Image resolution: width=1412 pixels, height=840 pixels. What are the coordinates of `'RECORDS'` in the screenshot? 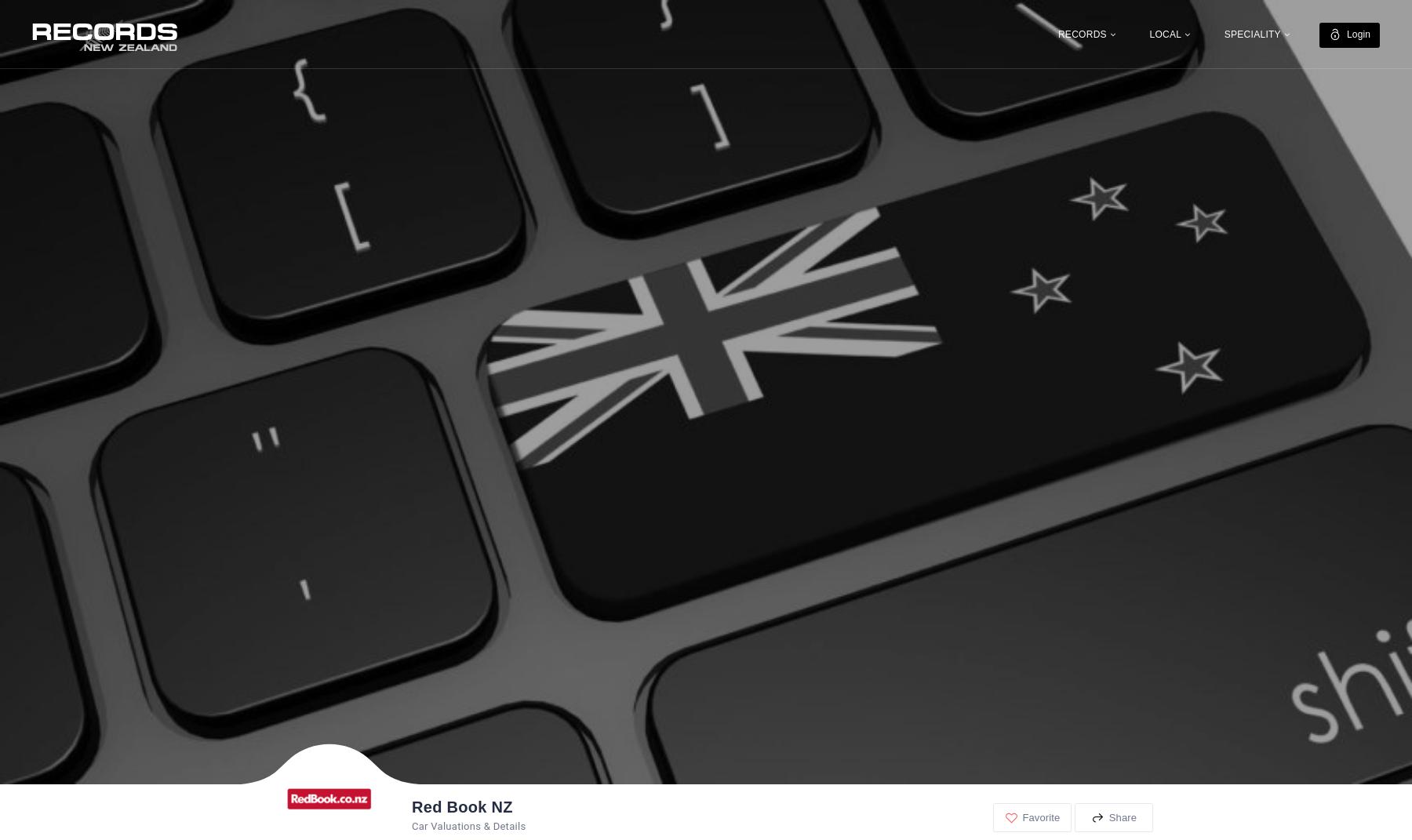 It's located at (1080, 34).